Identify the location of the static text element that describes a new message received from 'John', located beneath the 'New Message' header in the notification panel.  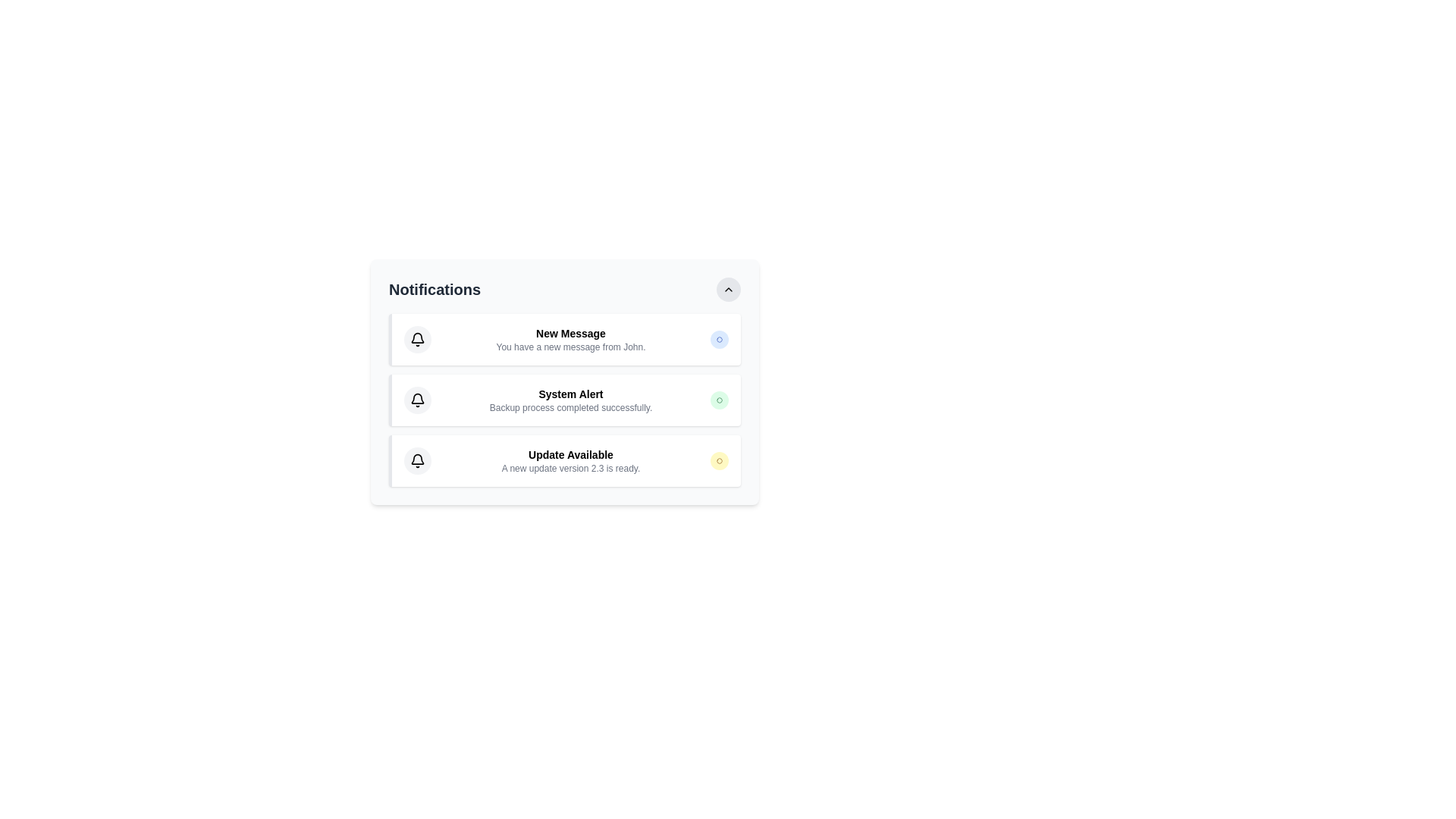
(570, 347).